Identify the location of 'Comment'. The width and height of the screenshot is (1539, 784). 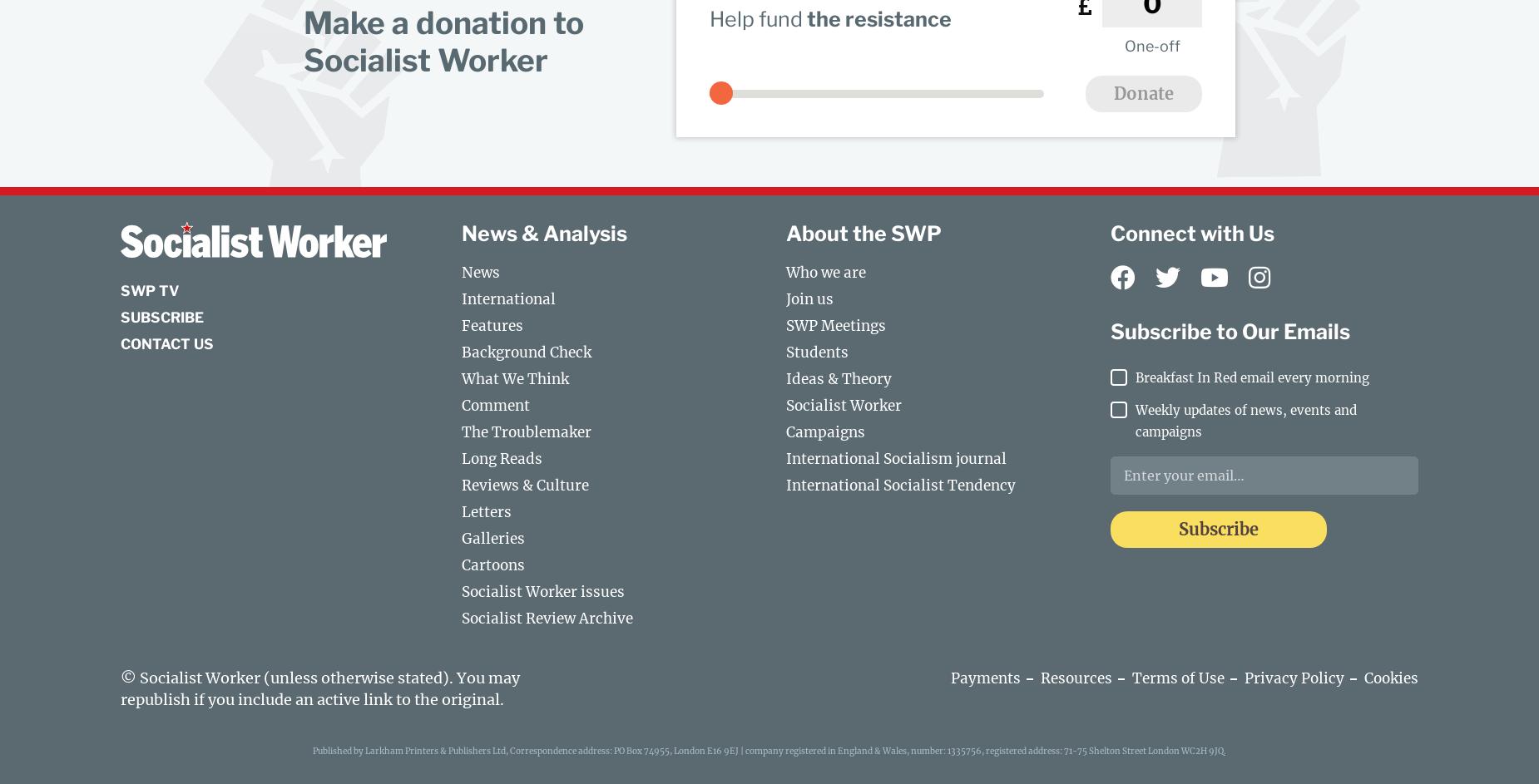
(462, 405).